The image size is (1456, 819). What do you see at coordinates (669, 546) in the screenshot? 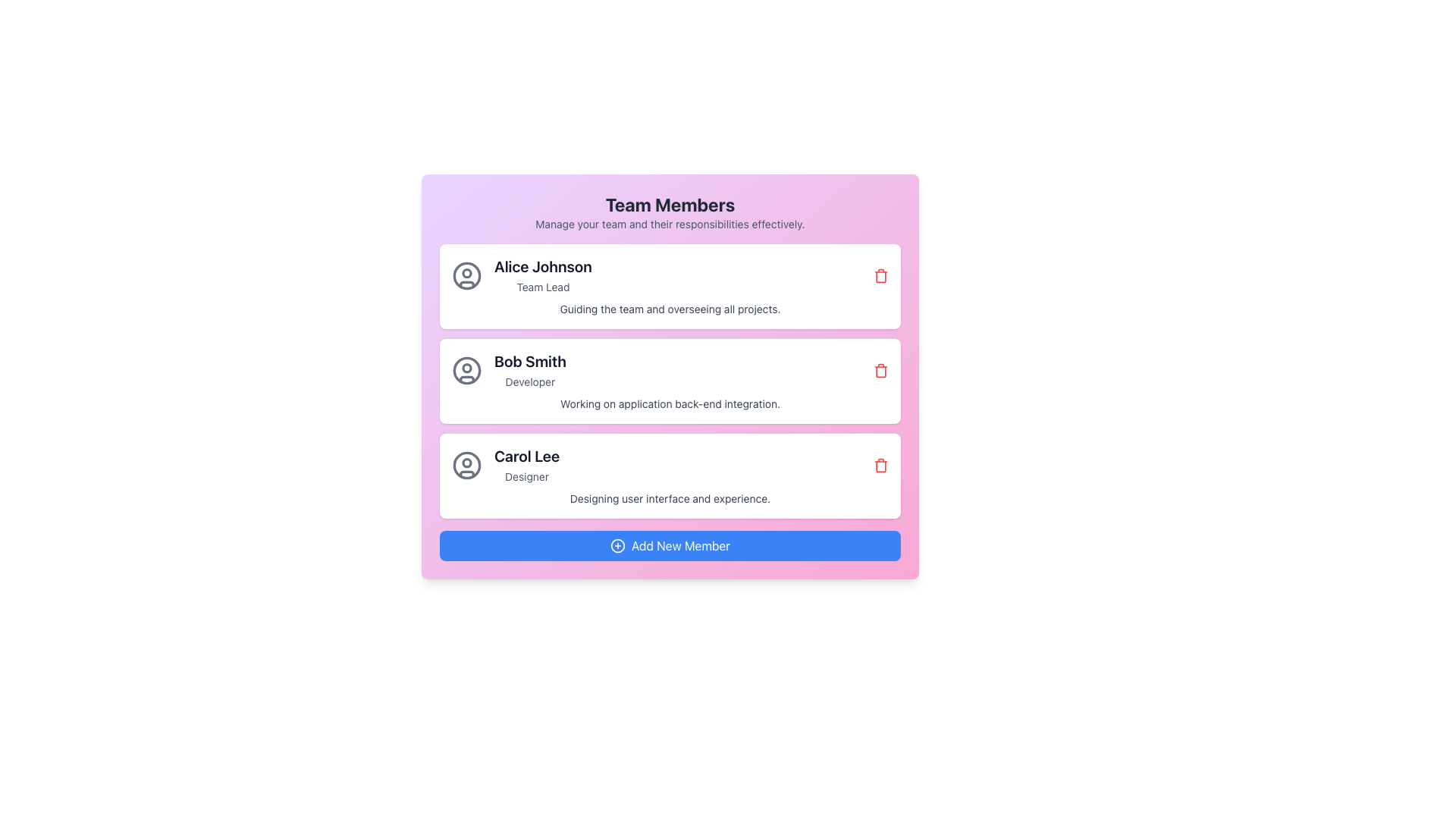
I see `the blue button labeled 'Add New Member' with a '+' icon` at bounding box center [669, 546].